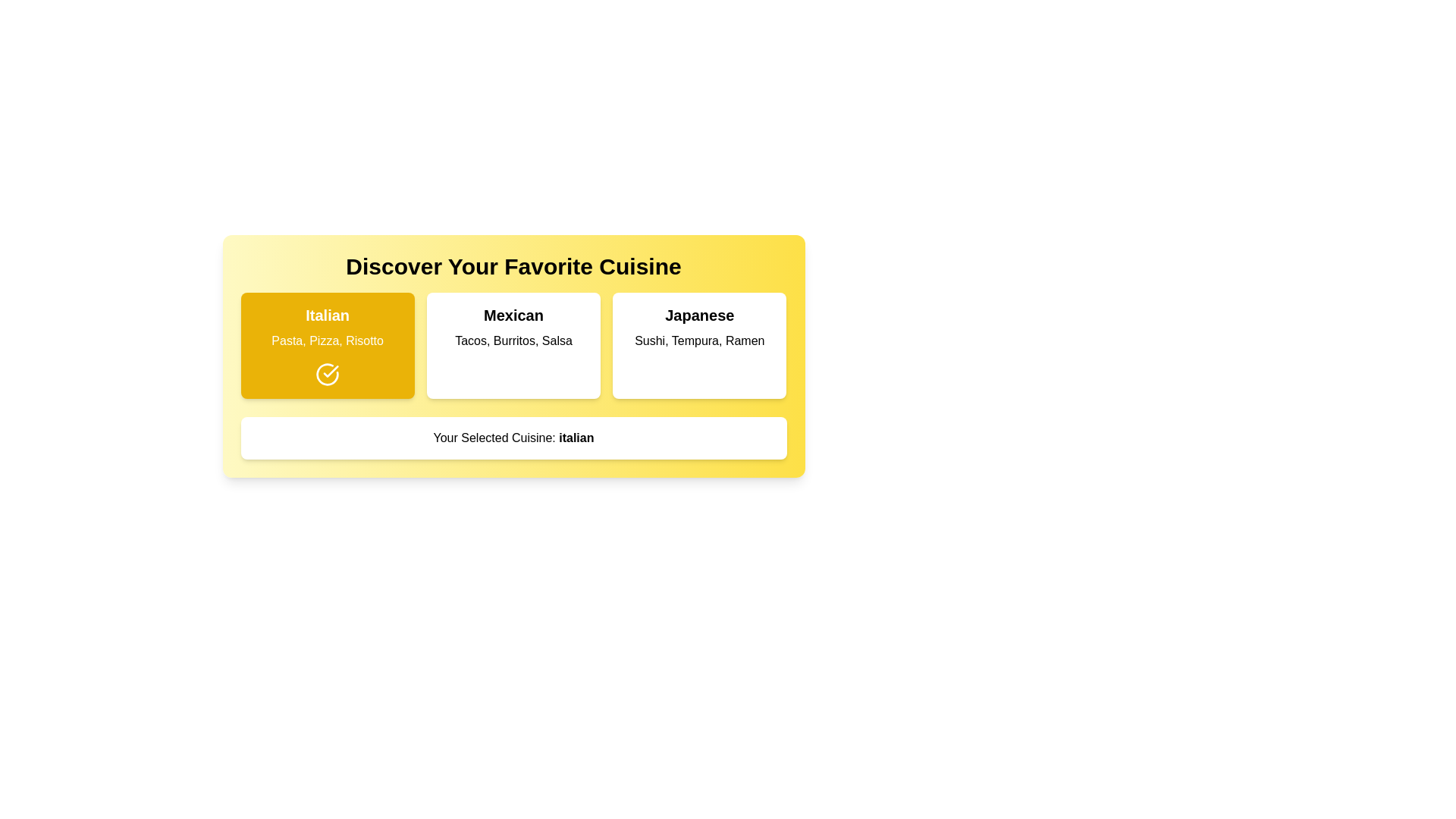  I want to click on the static text element displaying 'Mexican' with the description 'Tacos, Burritos, Salsa', located in the middle card of three horizontally aligned cards, so click(513, 327).